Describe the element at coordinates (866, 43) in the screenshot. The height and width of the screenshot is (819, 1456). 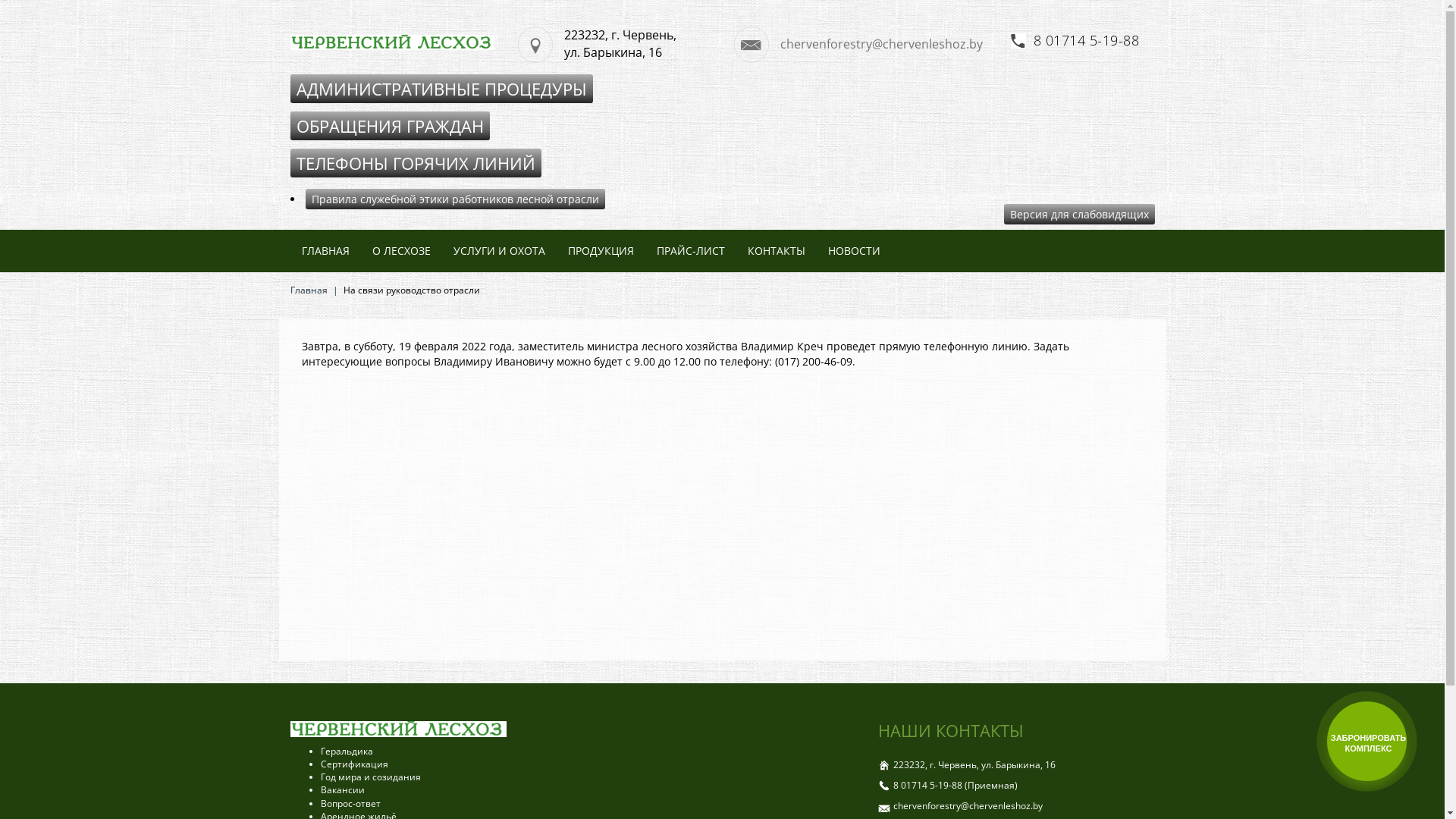
I see `'chervenforestry@chervenleshoz.by'` at that location.